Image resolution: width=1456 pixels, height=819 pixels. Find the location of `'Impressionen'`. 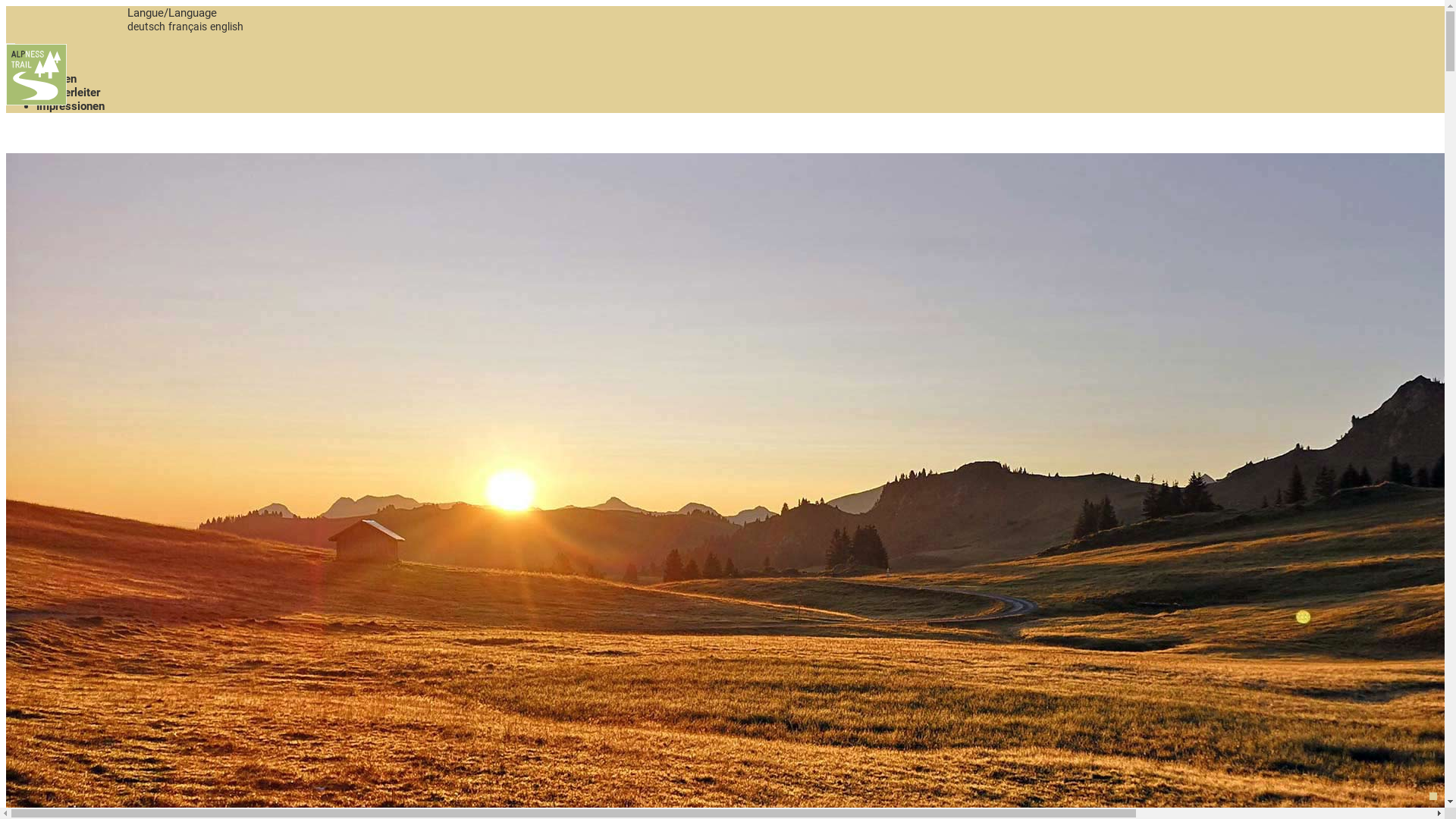

'Impressionen' is located at coordinates (69, 105).